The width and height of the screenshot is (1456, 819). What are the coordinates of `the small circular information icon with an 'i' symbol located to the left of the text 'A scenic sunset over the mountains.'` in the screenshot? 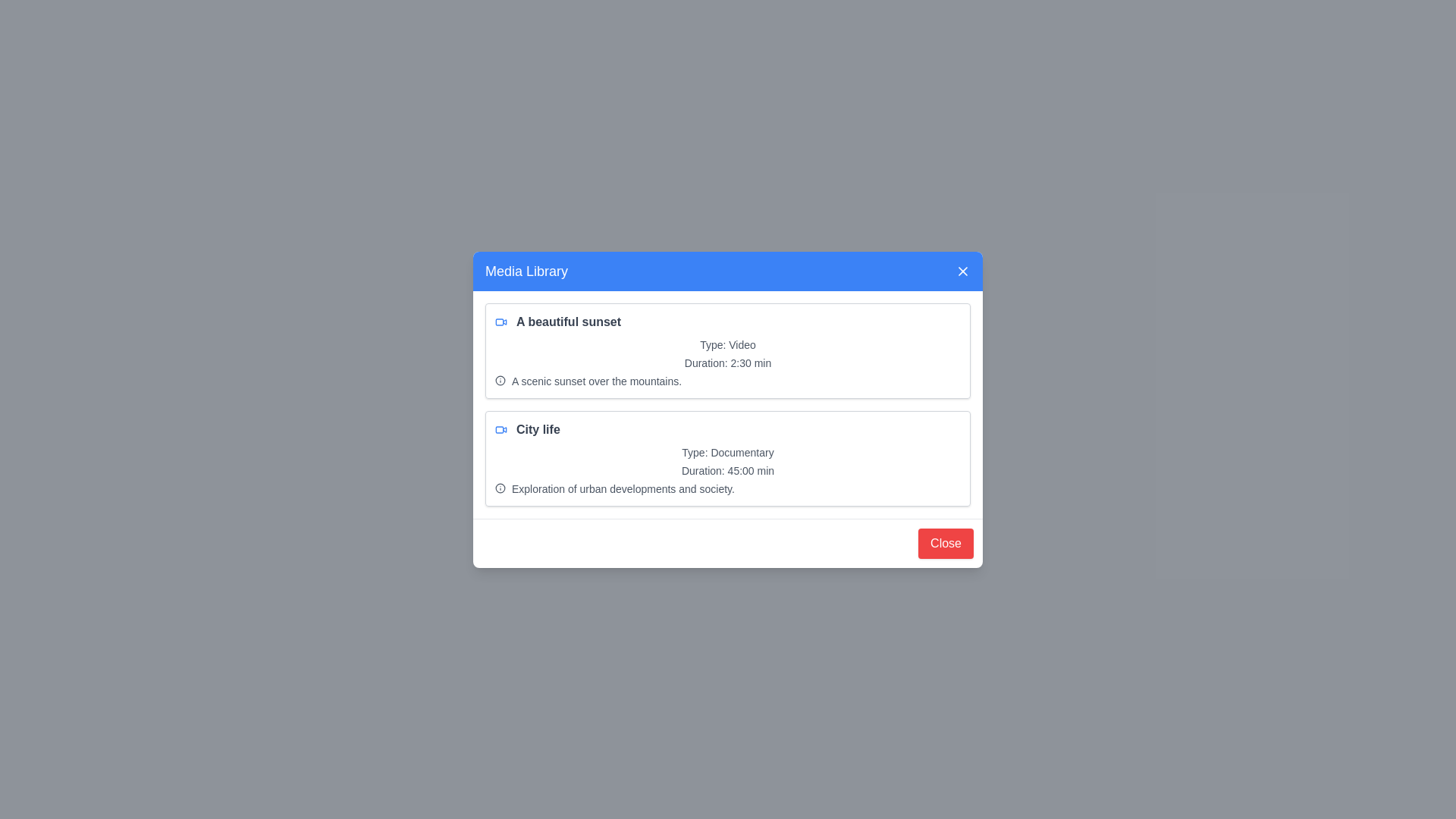 It's located at (500, 379).